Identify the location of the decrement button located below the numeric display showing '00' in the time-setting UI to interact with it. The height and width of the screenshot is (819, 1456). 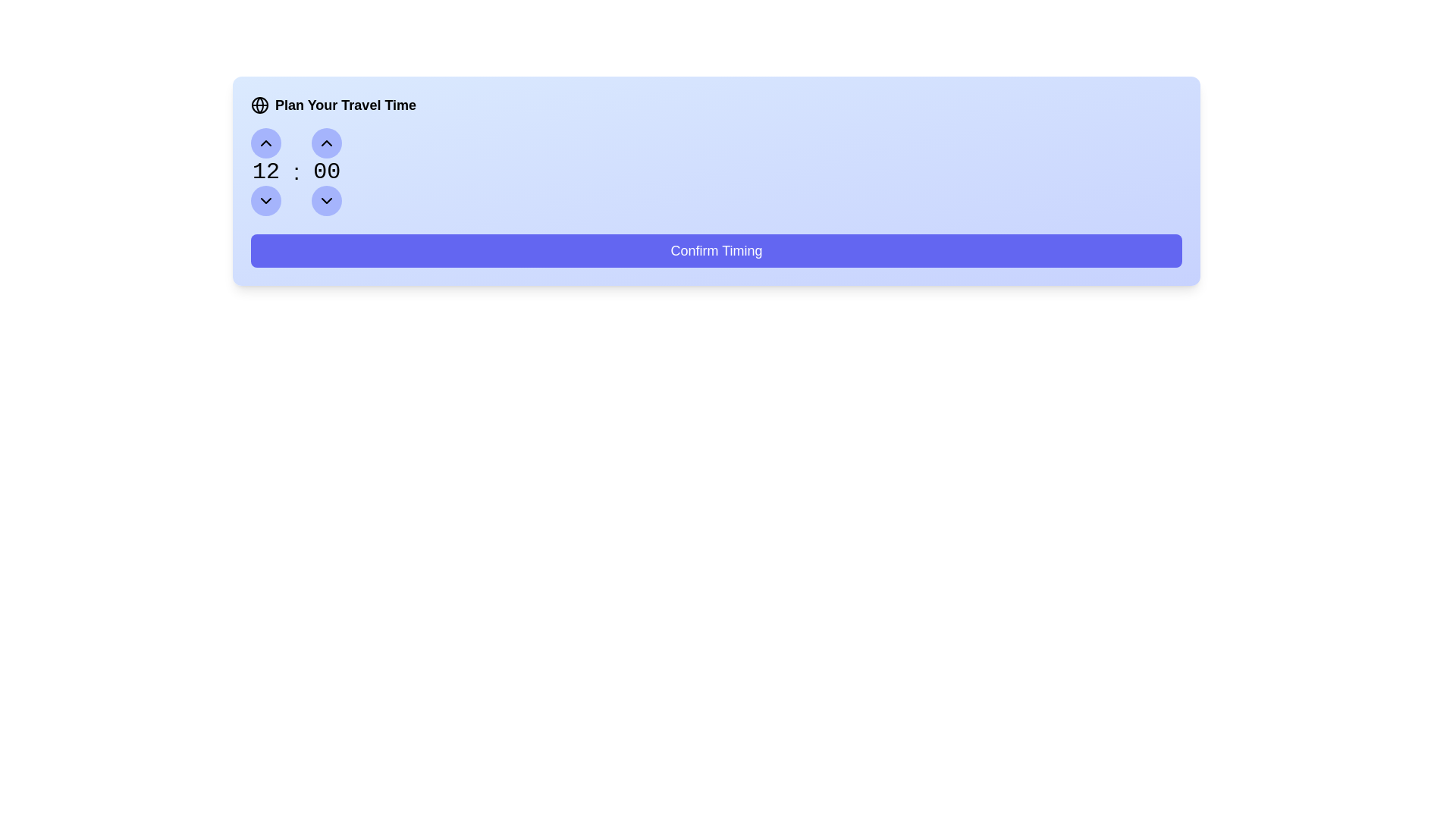
(326, 200).